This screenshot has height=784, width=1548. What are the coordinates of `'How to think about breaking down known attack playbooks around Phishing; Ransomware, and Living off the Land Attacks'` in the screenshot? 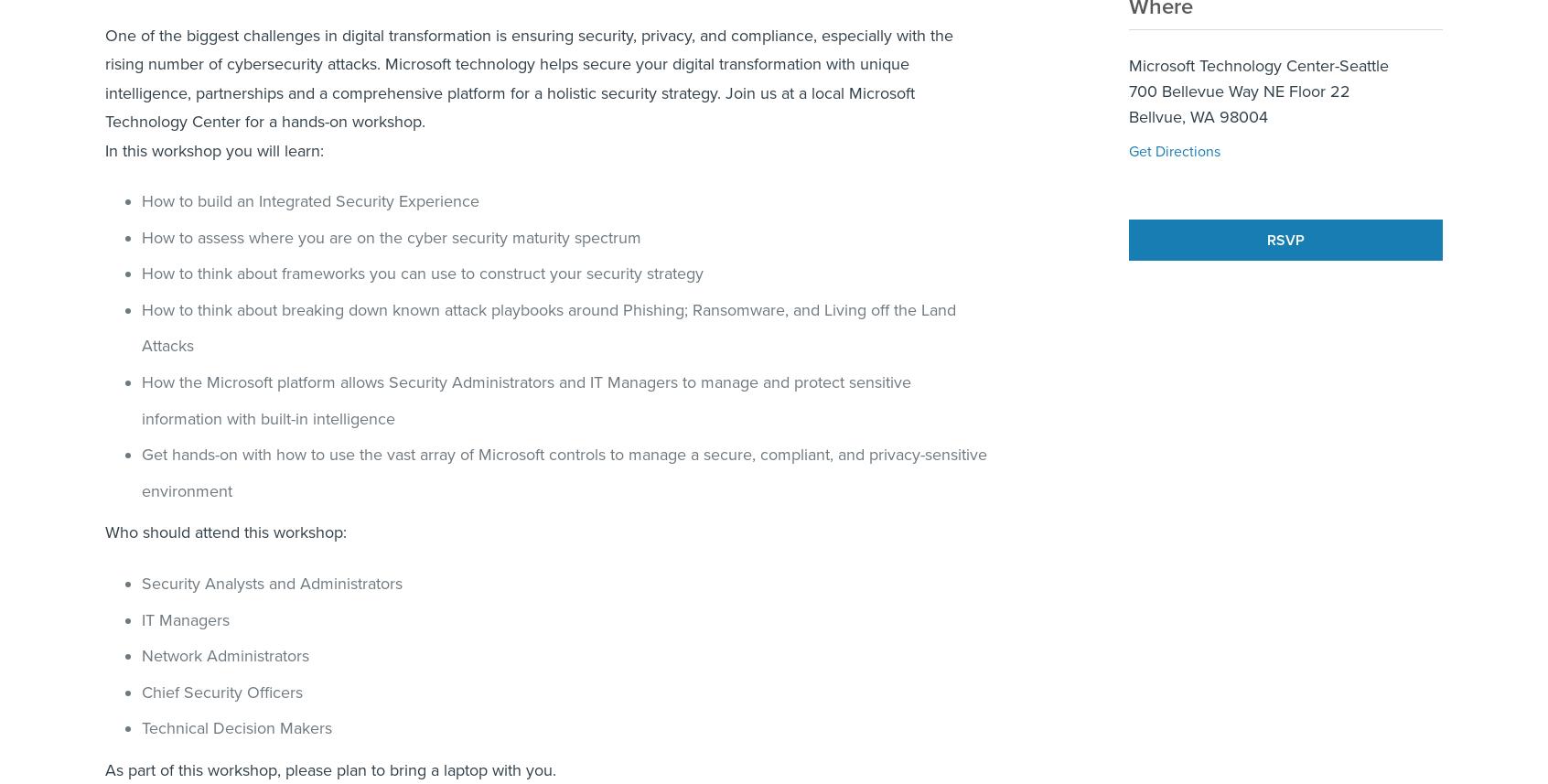 It's located at (139, 326).